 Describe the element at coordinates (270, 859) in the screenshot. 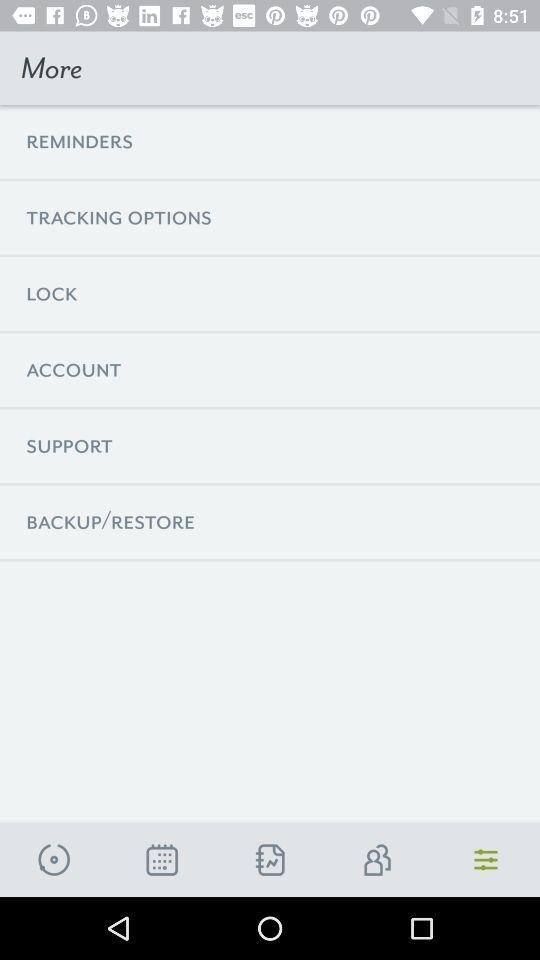

I see `open notes` at that location.